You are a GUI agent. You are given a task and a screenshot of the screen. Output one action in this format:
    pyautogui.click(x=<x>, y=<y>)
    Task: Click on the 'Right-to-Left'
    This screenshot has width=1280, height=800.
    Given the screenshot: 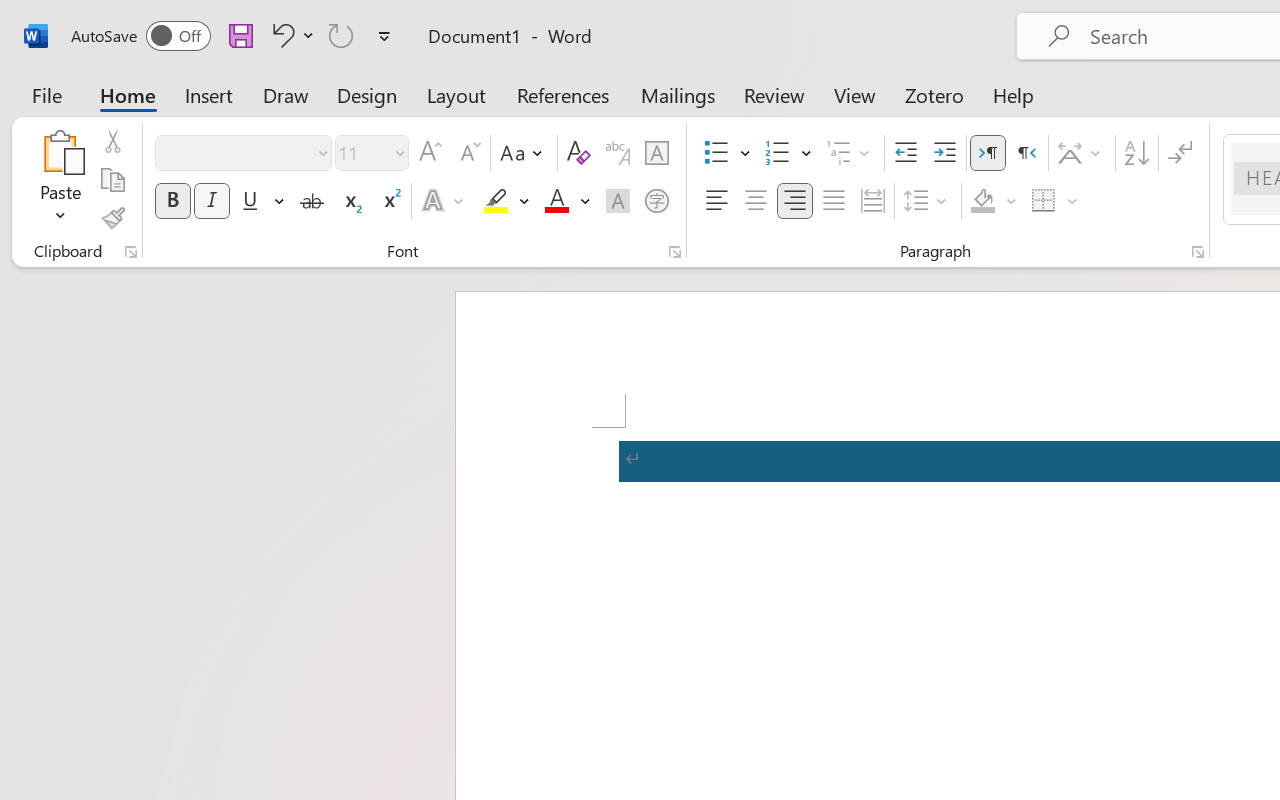 What is the action you would take?
    pyautogui.click(x=1026, y=153)
    